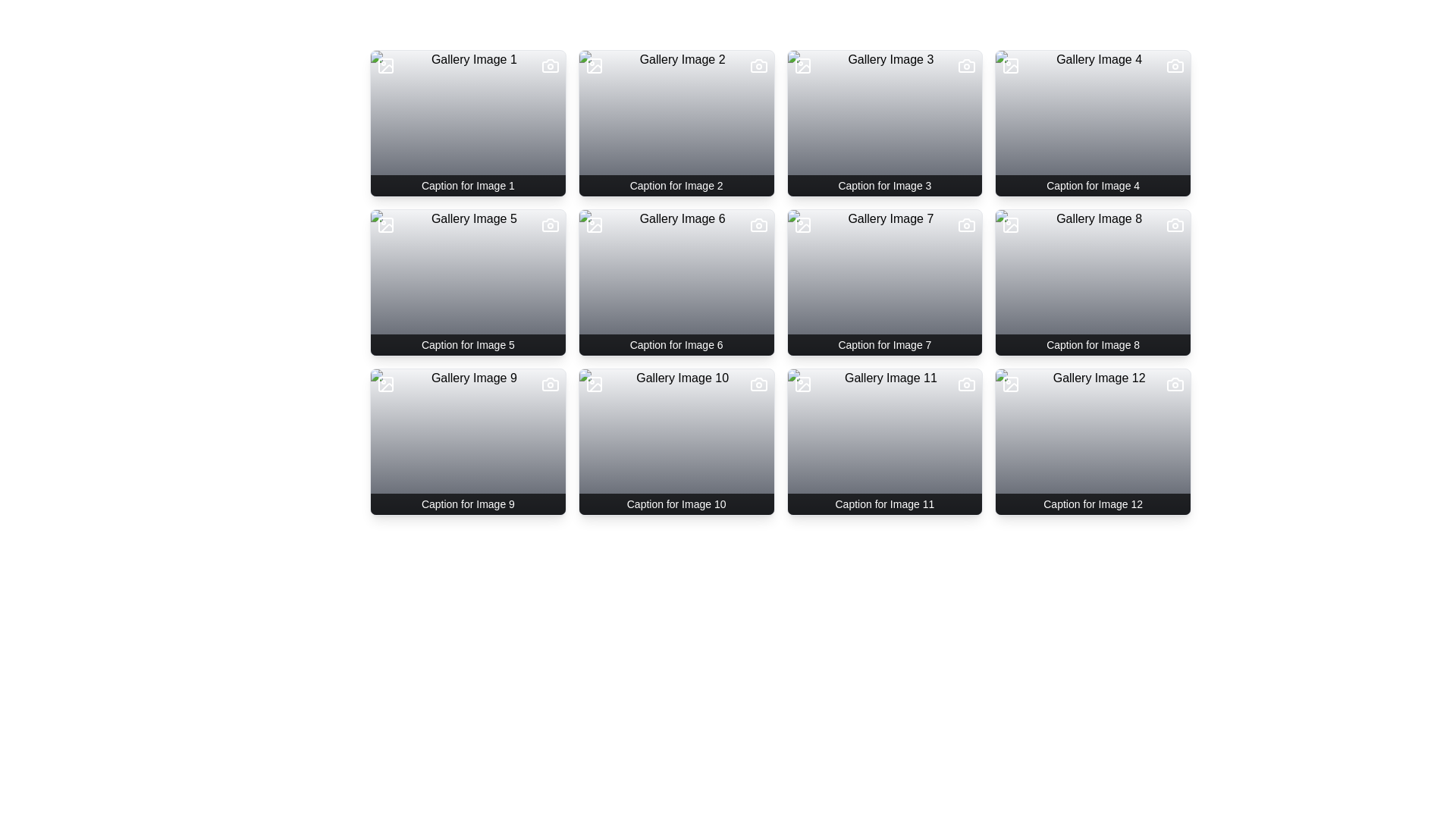 This screenshot has width=1456, height=819. I want to click on the gradient overlay that fully covers the first image card in a 4x3 grid layout, enhancing the visual effect while keeping the underlying content readable, so click(467, 122).